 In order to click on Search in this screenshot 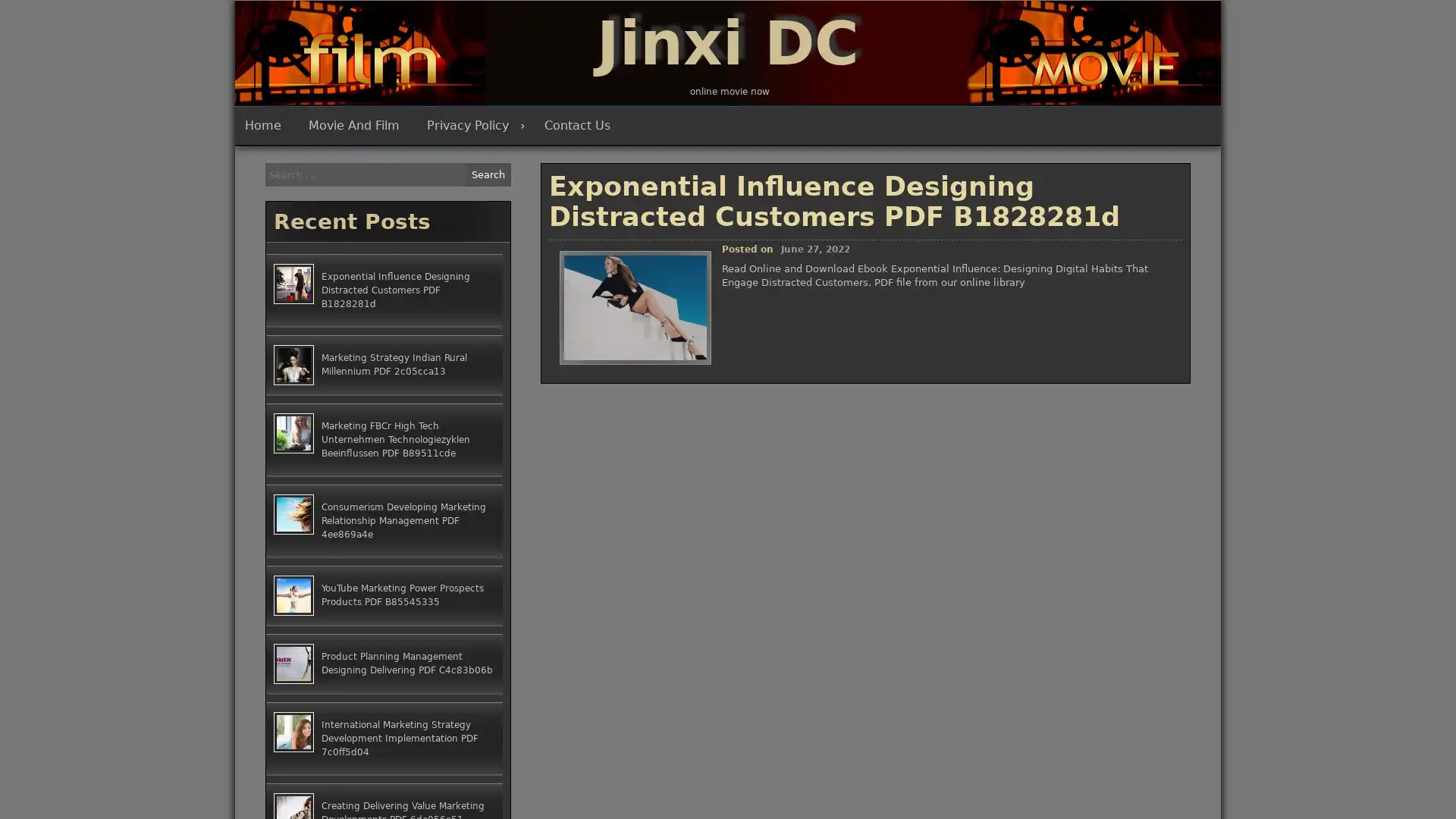, I will do `click(488, 174)`.